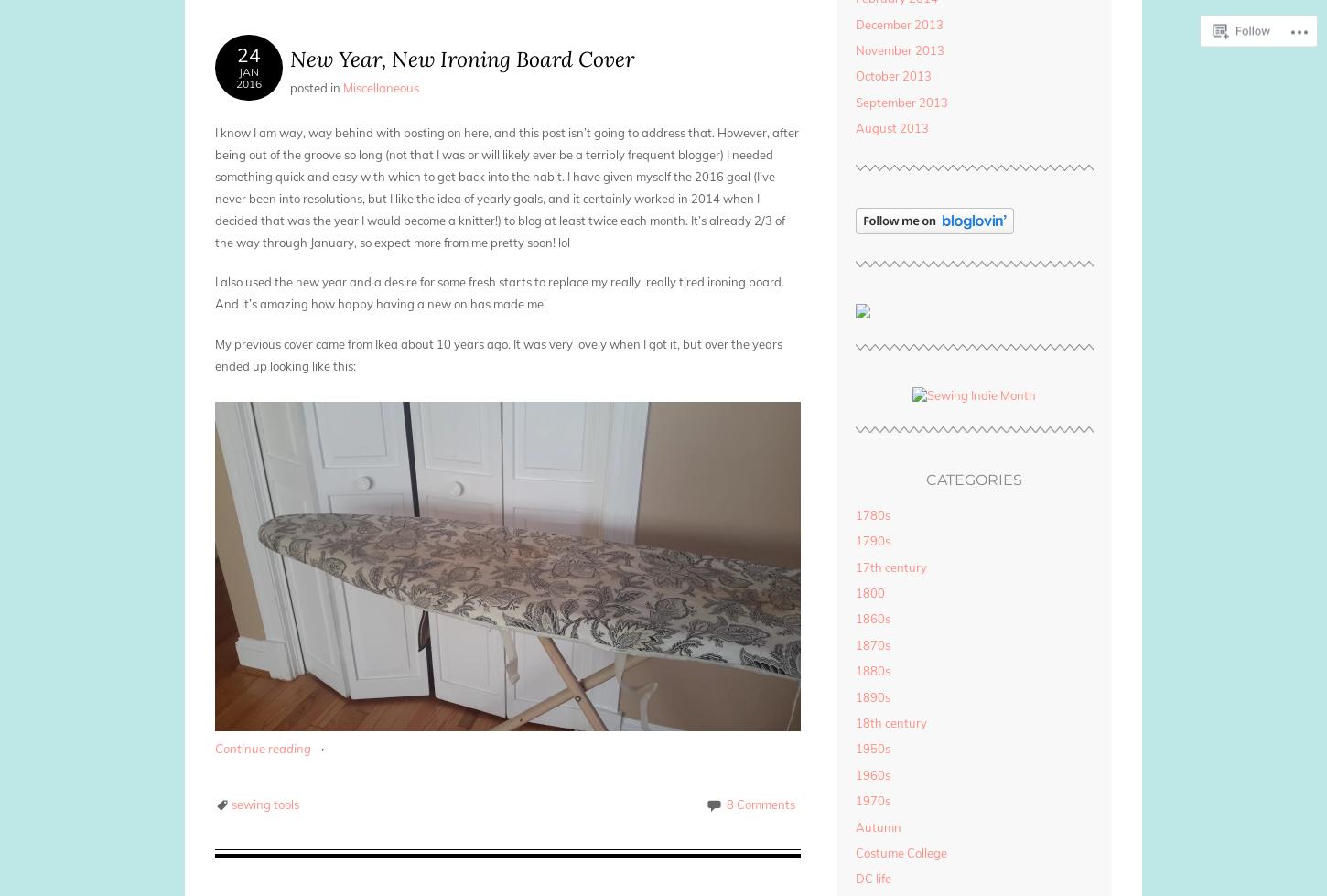  Describe the element at coordinates (214, 353) in the screenshot. I see `'My previous cover came from Ikea about 10 years ago. It was very lovely when I got it, but over the years ended up looking like this:'` at that location.